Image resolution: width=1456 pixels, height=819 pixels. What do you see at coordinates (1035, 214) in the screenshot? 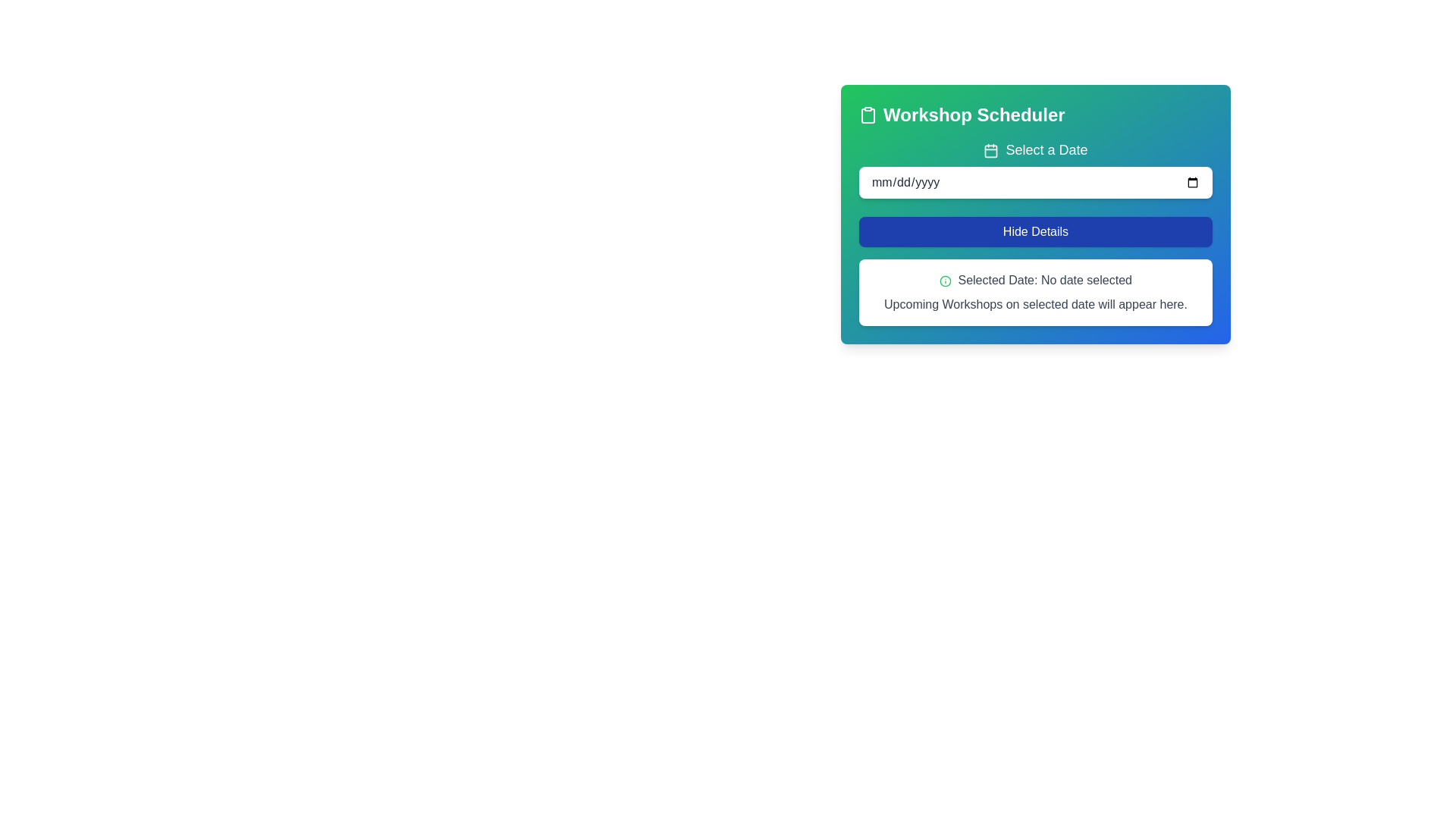
I see `information displayed on the Interactive Panel, which features a gradient background from green to blue and includes a title, date selection input, and a prominent button` at bounding box center [1035, 214].